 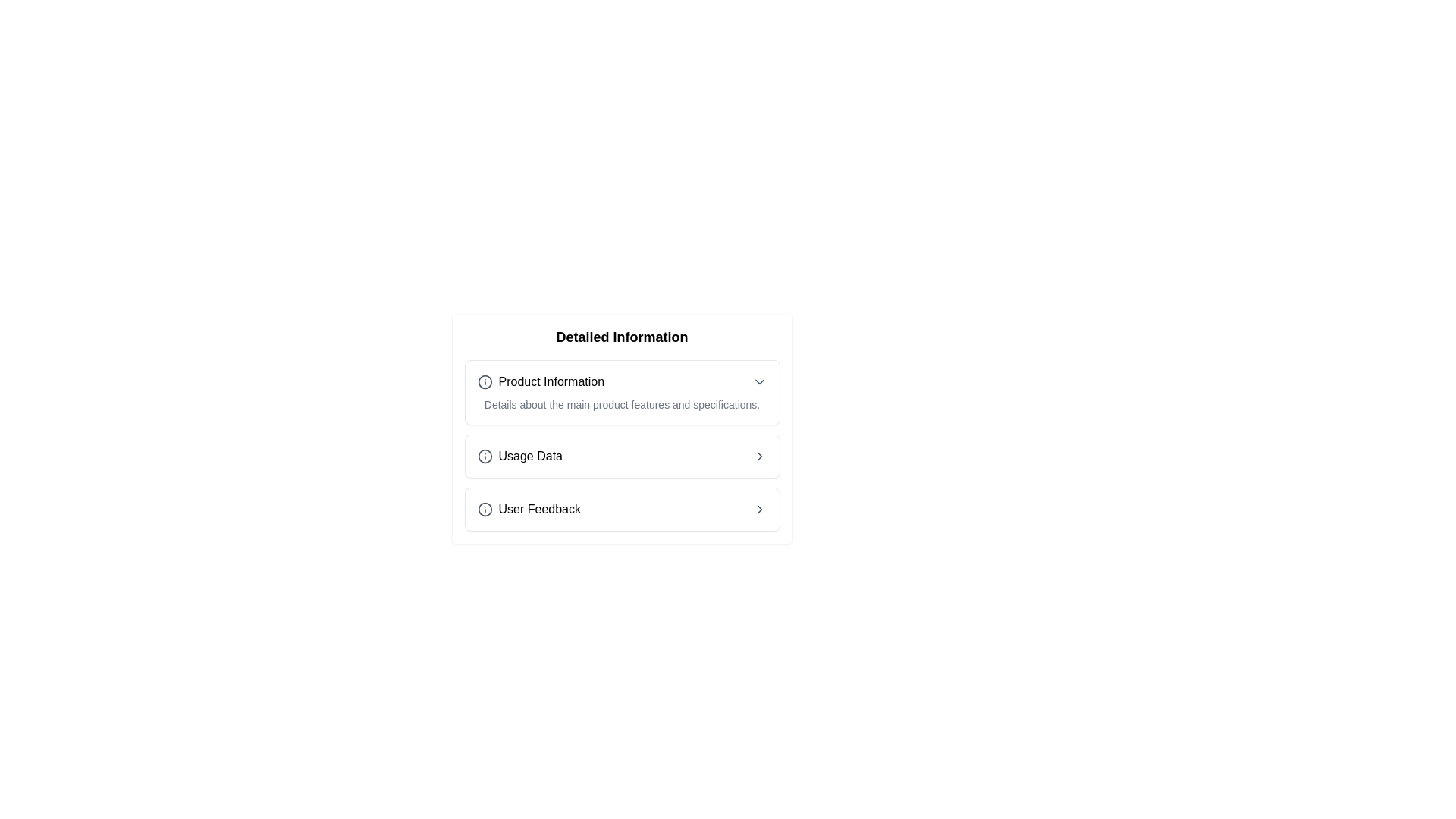 What do you see at coordinates (759, 455) in the screenshot?
I see `the rightward chevron arrow icon within the 'User Feedback' entry, which indicates that this entry can be clicked for further details` at bounding box center [759, 455].